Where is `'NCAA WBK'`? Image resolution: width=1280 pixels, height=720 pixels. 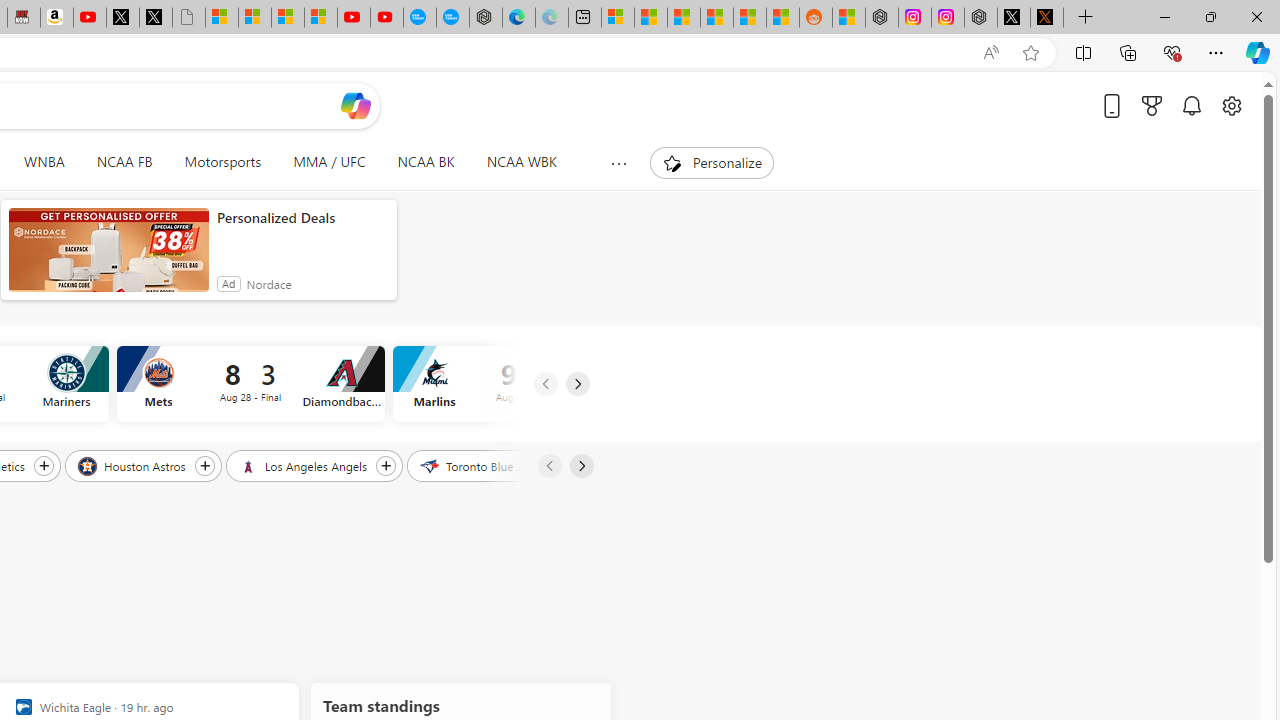 'NCAA WBK' is located at coordinates (521, 162).